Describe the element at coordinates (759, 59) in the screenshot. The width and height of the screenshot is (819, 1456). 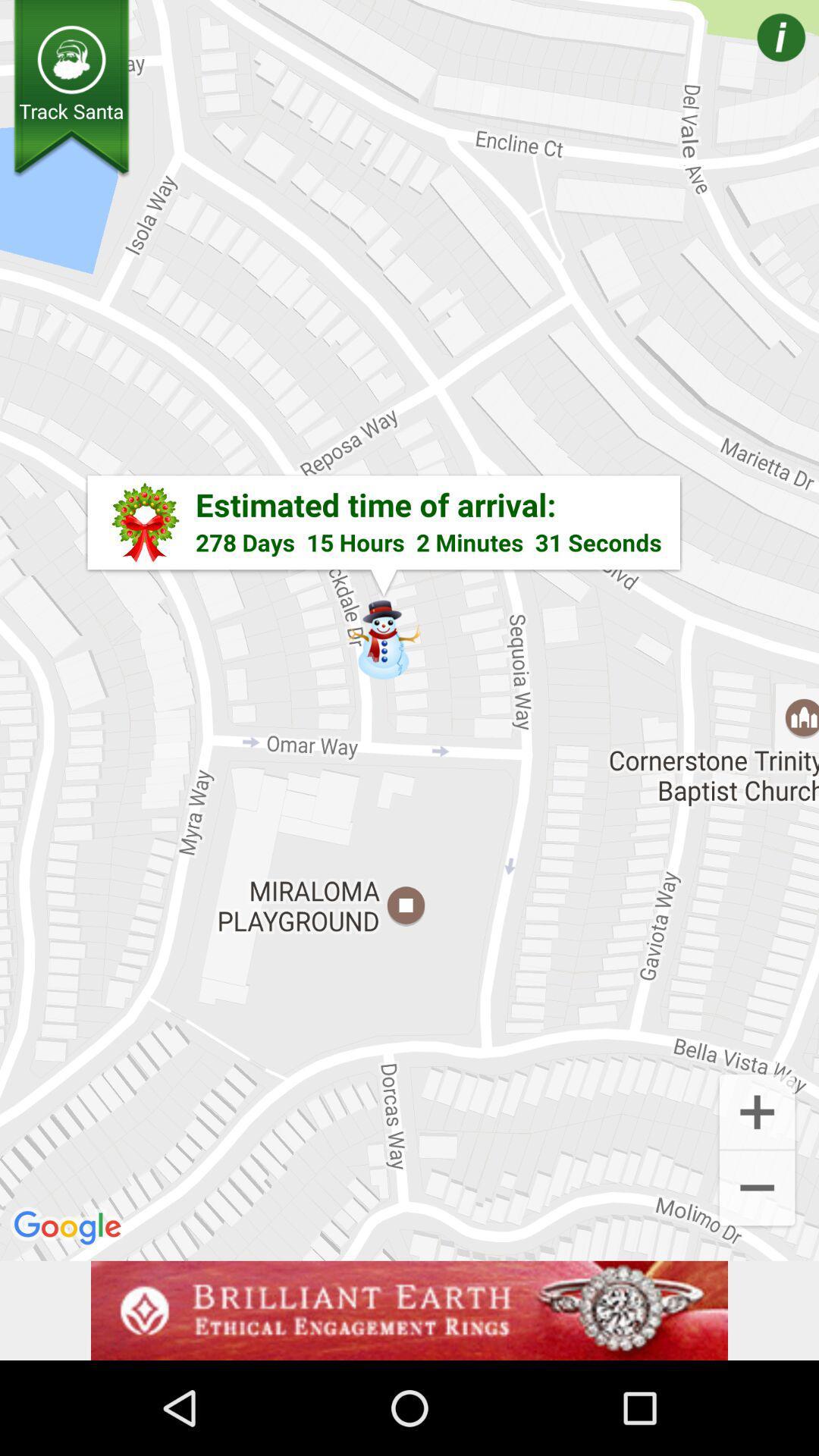
I see `see more information` at that location.